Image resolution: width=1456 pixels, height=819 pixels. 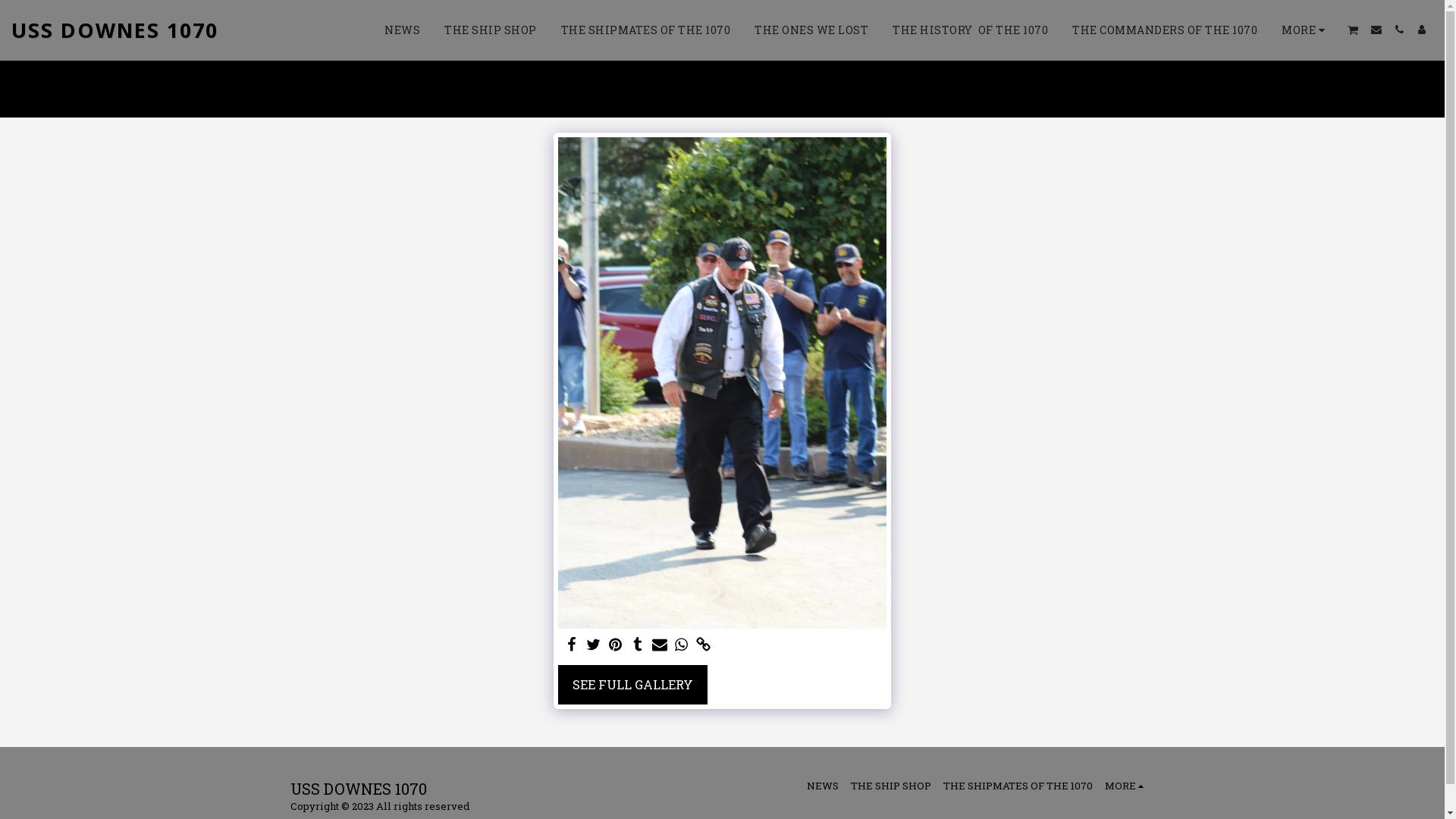 What do you see at coordinates (1304, 30) in the screenshot?
I see `'MORE  '` at bounding box center [1304, 30].